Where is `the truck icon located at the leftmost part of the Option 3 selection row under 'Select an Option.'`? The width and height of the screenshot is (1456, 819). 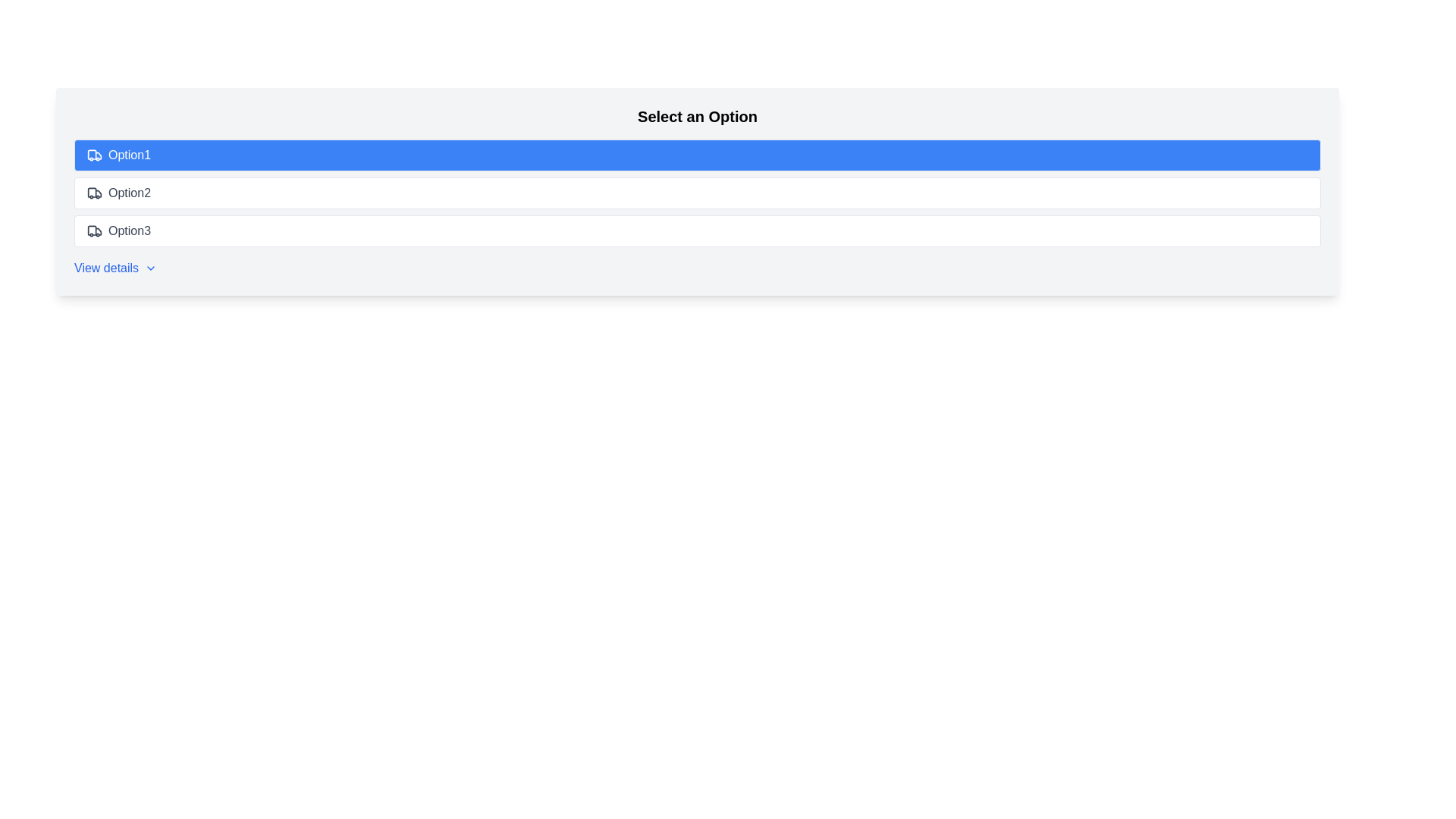 the truck icon located at the leftmost part of the Option 3 selection row under 'Select an Option.' is located at coordinates (93, 231).